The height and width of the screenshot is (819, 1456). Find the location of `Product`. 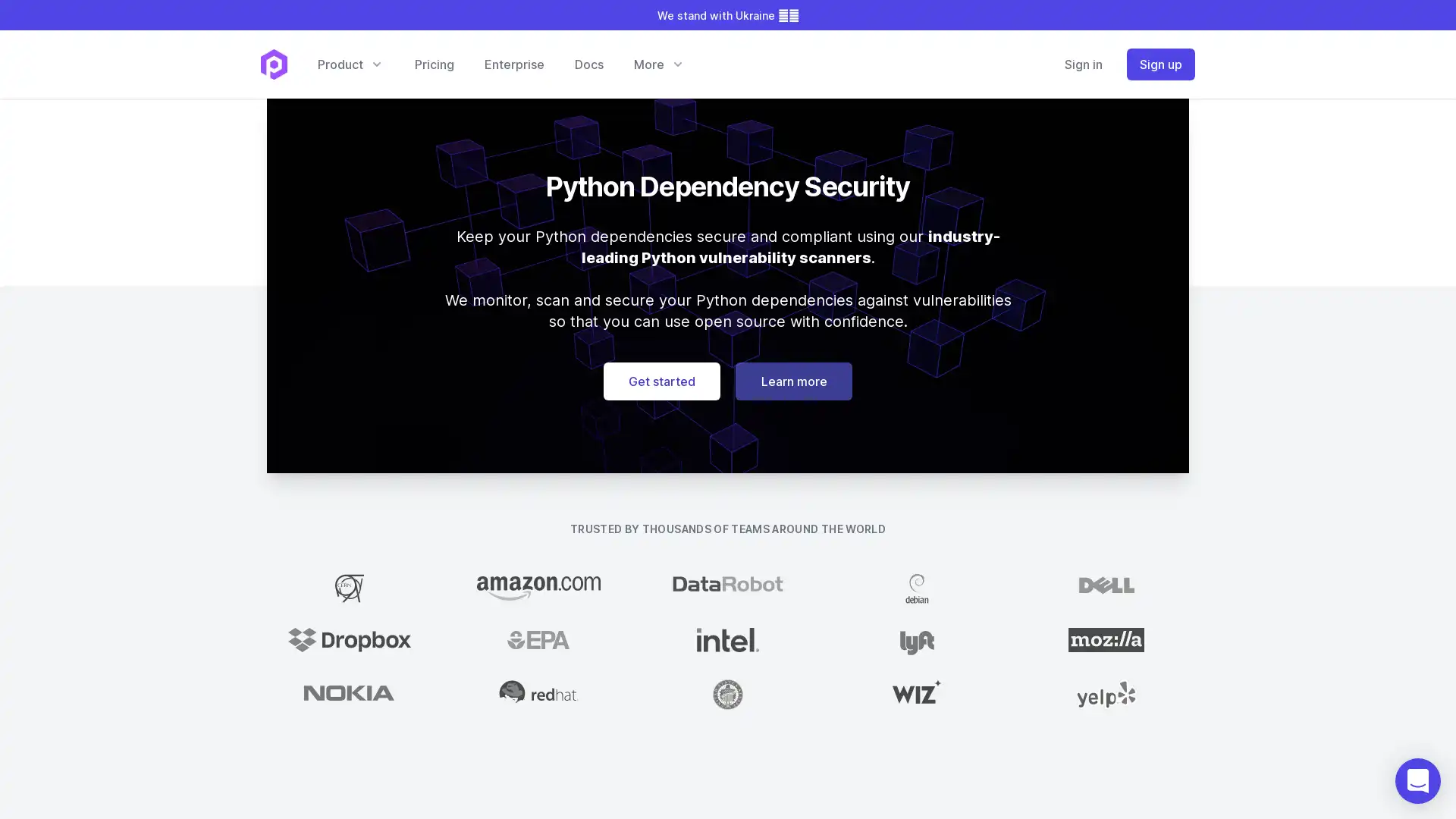

Product is located at coordinates (349, 63).